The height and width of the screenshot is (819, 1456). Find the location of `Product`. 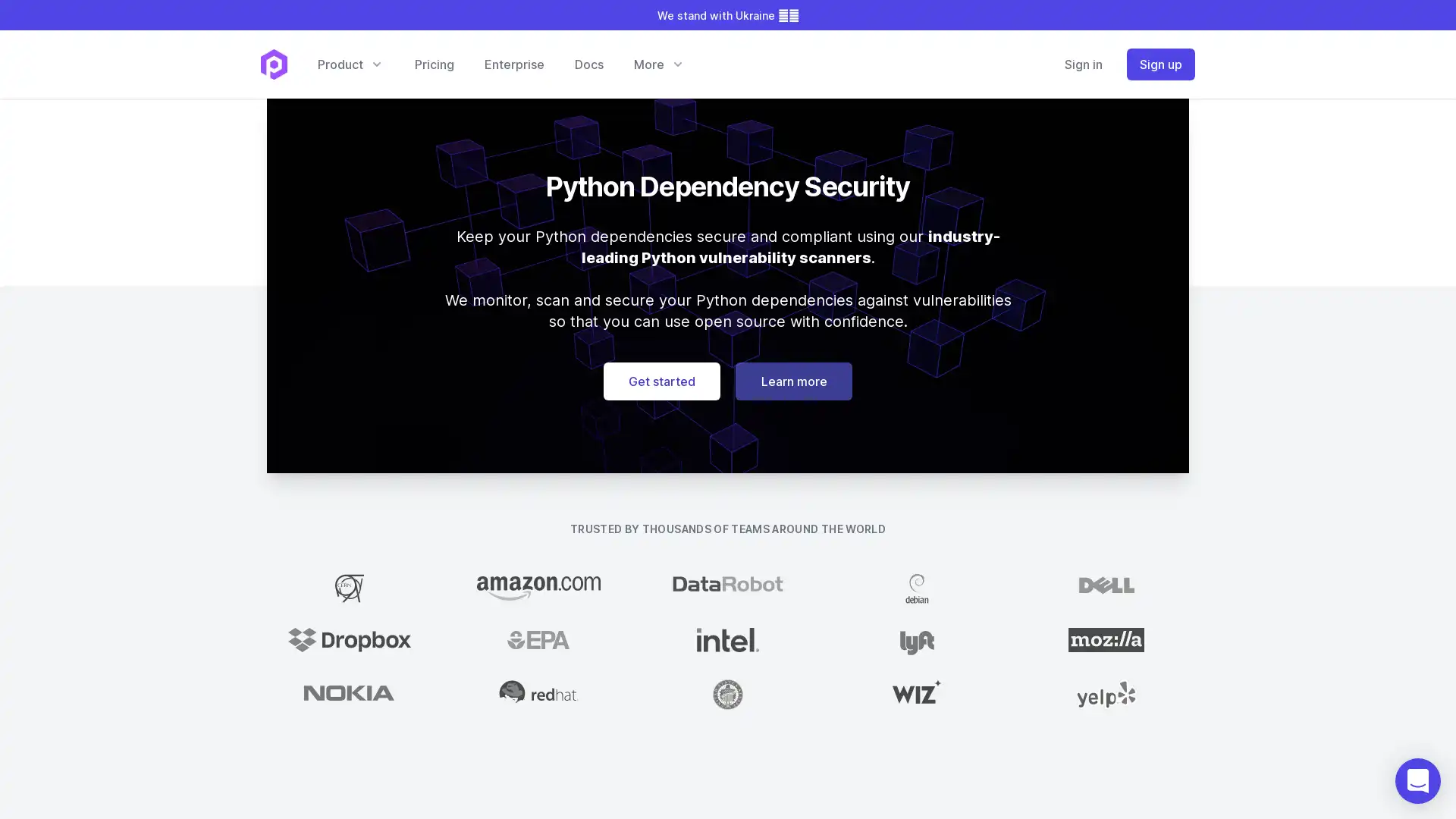

Product is located at coordinates (349, 63).